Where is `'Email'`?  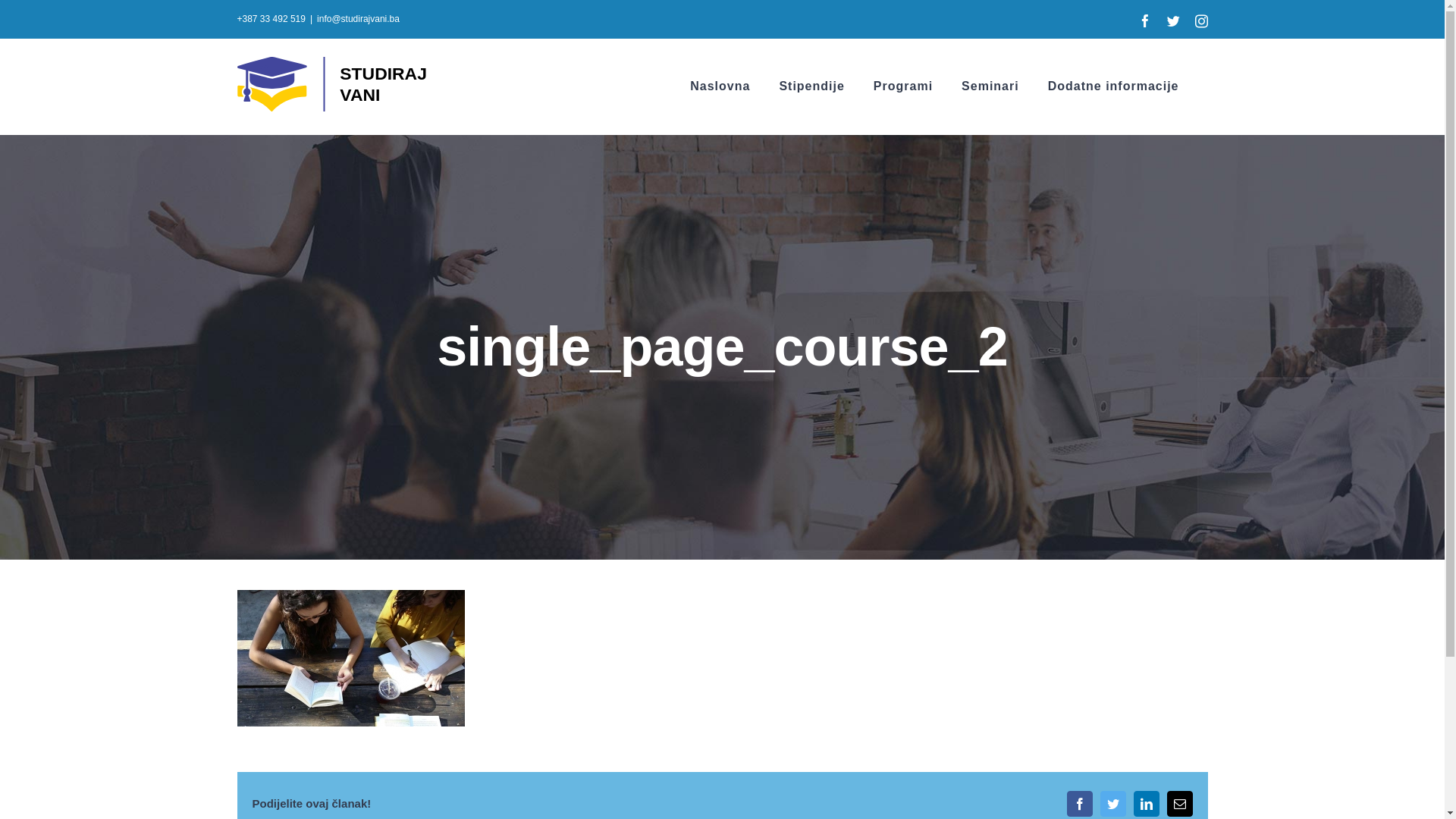 'Email' is located at coordinates (1178, 803).